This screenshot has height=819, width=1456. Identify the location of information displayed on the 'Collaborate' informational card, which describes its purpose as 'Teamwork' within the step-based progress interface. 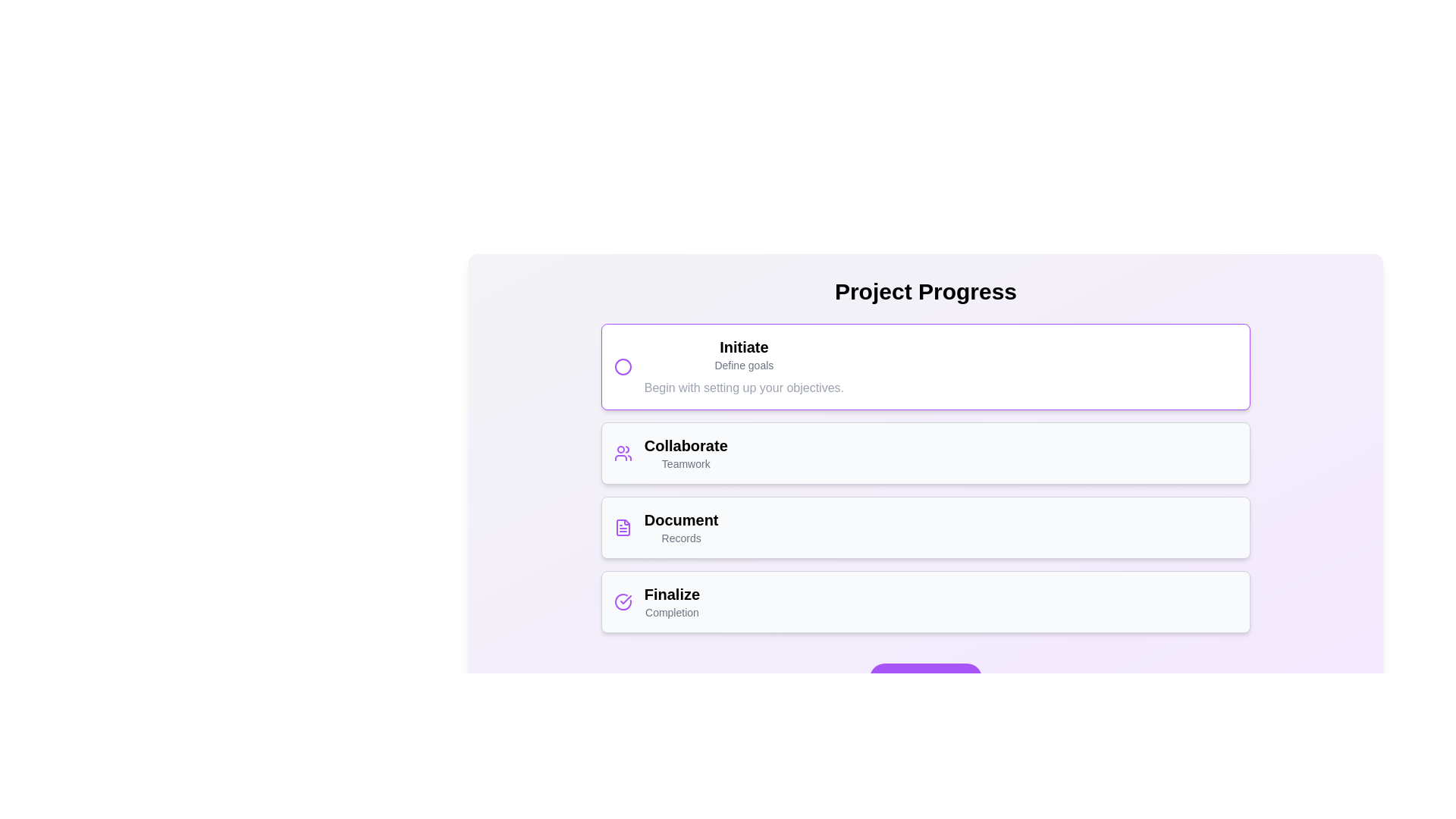
(924, 485).